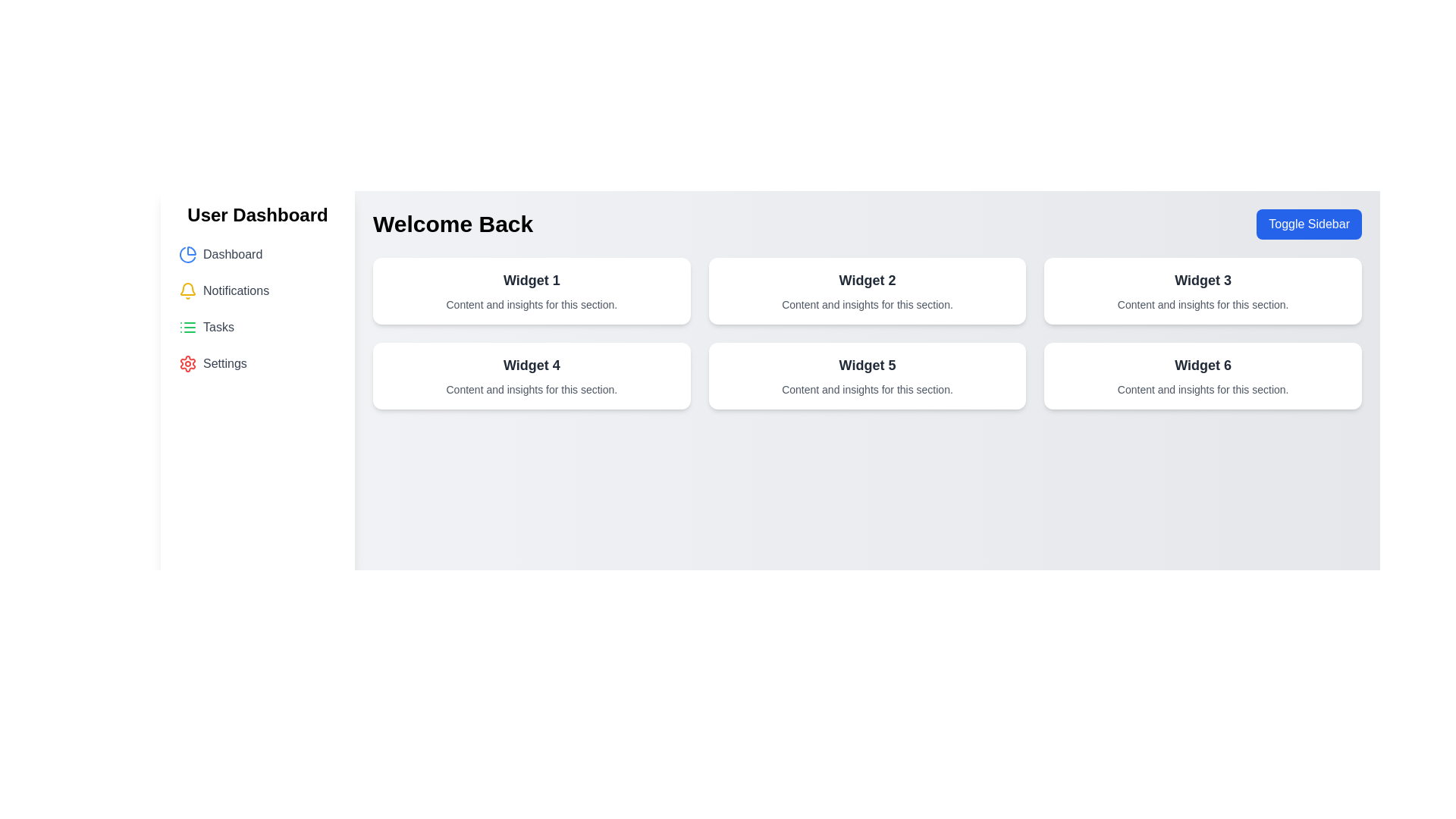 The width and height of the screenshot is (1456, 819). Describe the element at coordinates (258, 327) in the screenshot. I see `the 'Tasks' navigation link, which is the third item in a vertical menu` at that location.